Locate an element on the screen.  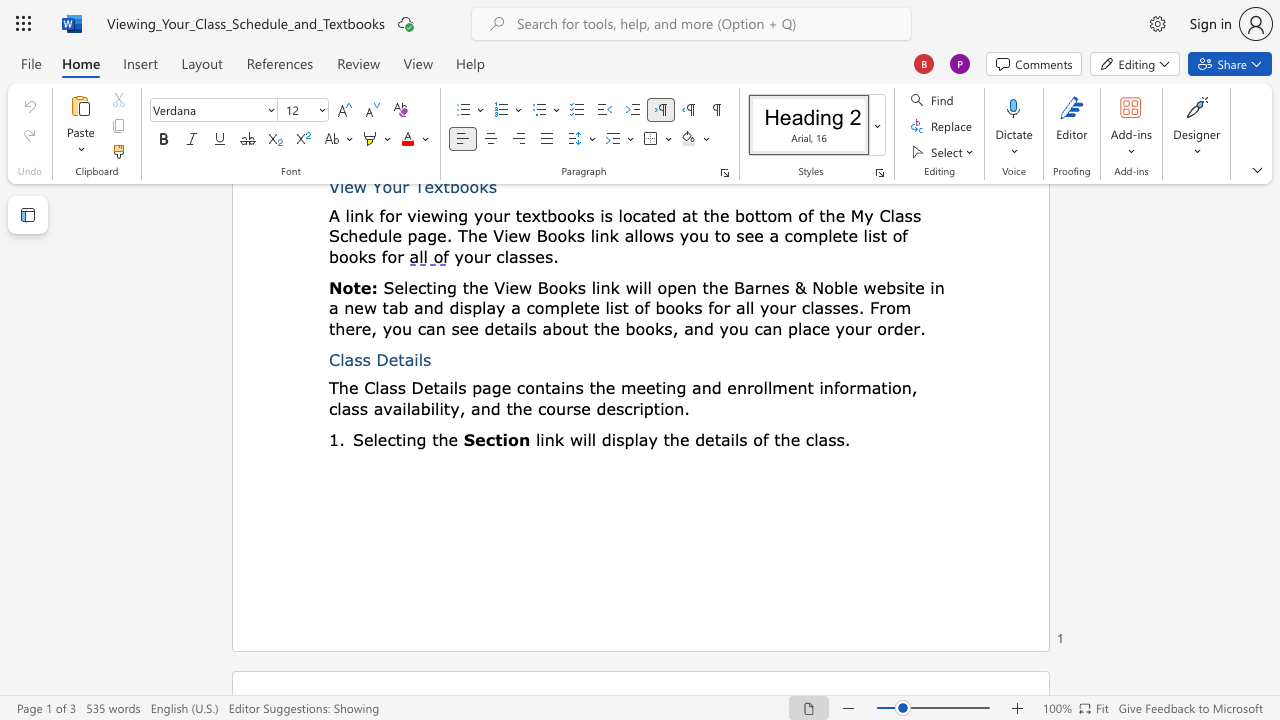
the 1th character "k" in the text is located at coordinates (559, 438).